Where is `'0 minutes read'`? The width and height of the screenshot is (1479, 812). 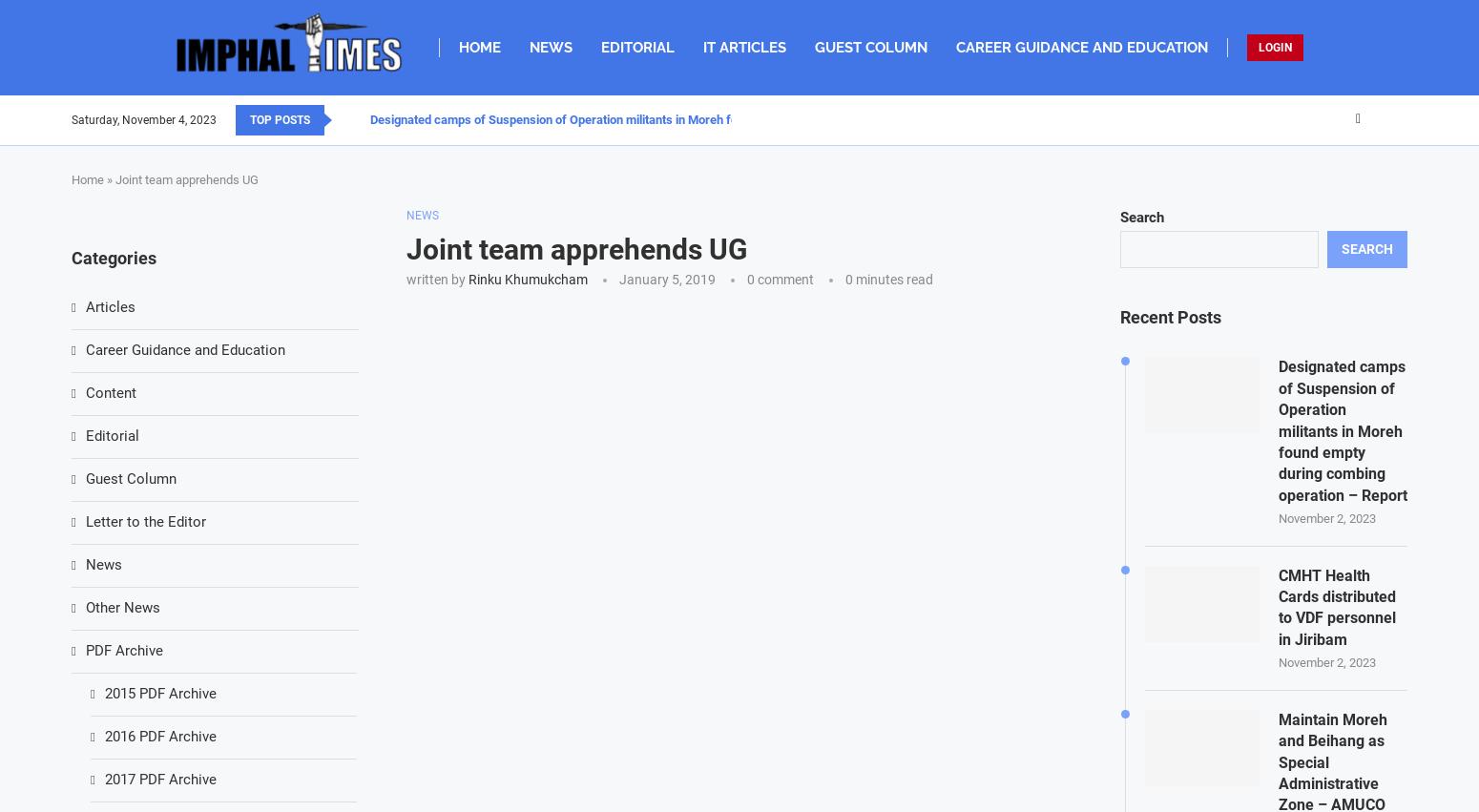
'0 minutes read' is located at coordinates (888, 279).